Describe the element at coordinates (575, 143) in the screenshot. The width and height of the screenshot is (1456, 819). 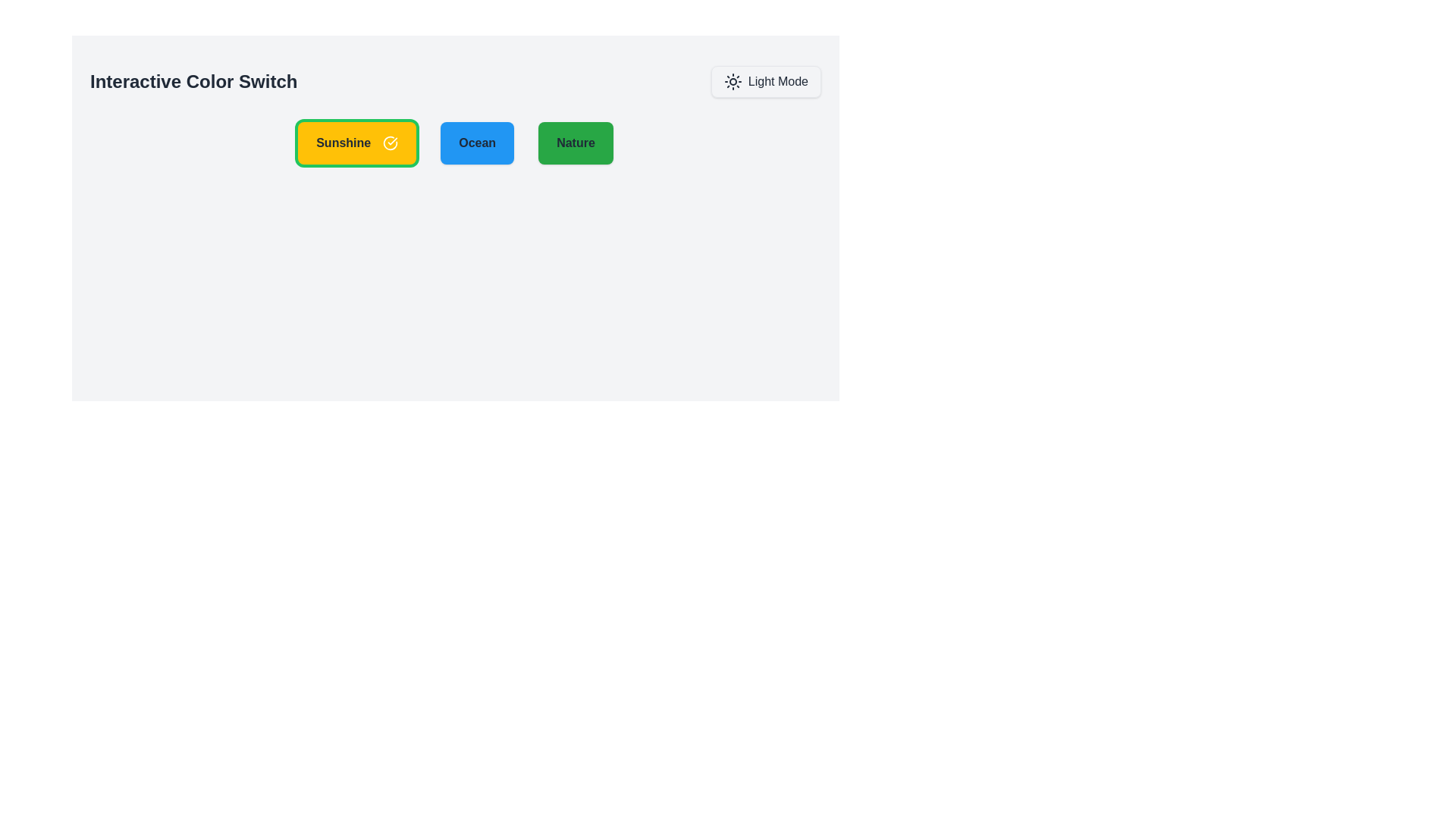
I see `text content of the bolded label that displays the word 'Nature', located inside the green button on the rightmost side of a horizontal layout` at that location.